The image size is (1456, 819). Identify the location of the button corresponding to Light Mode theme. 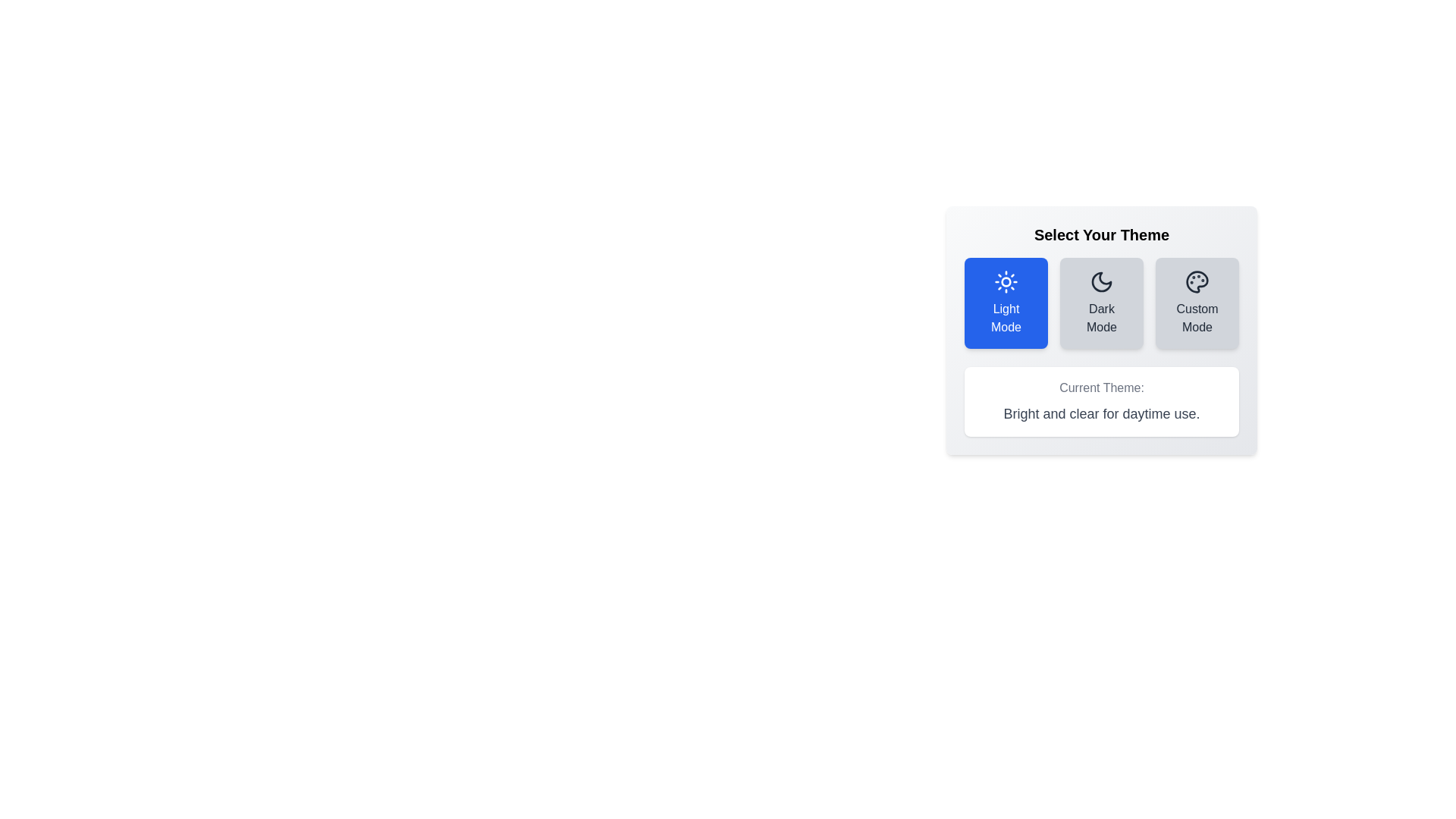
(1006, 303).